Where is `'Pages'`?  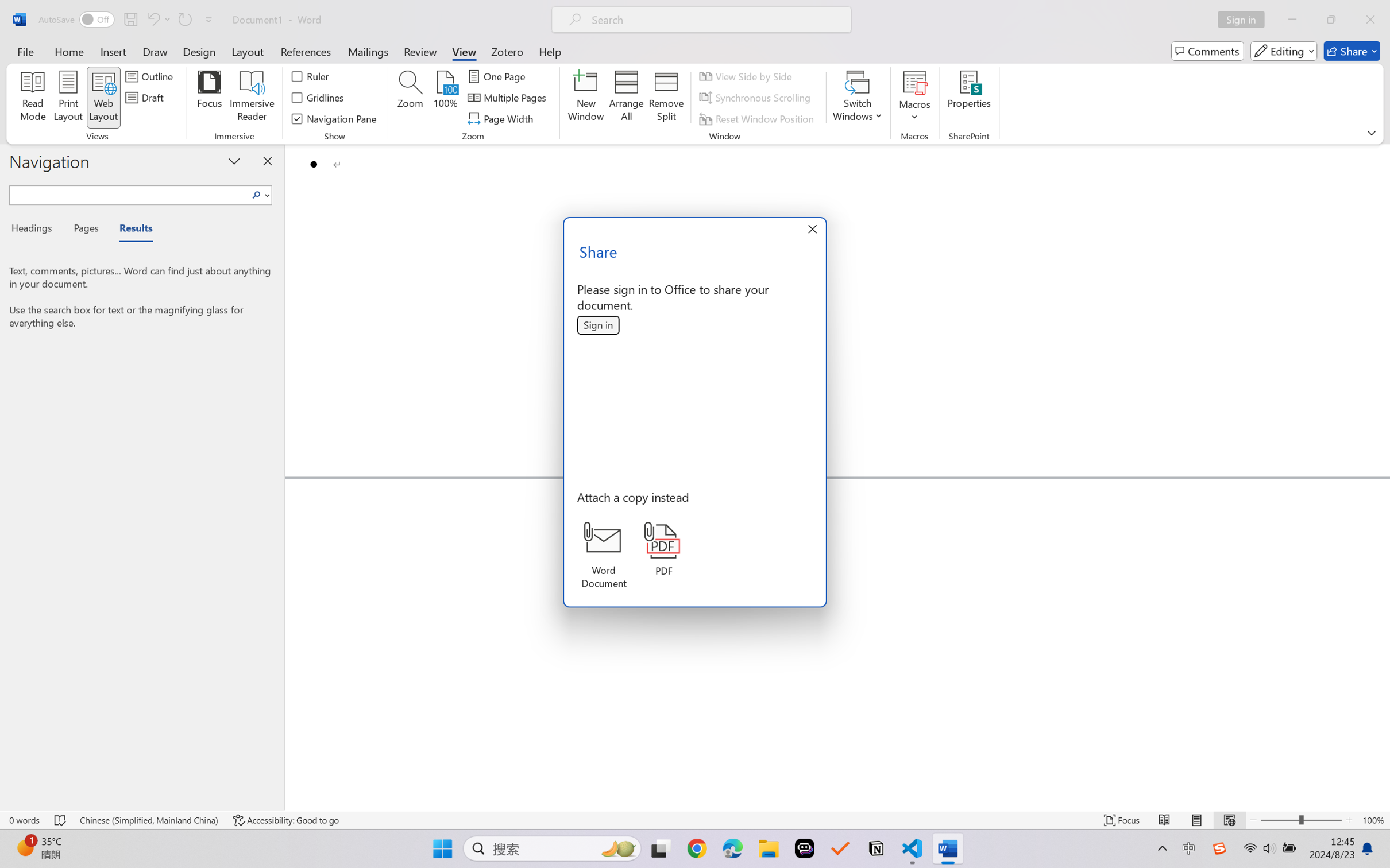 'Pages' is located at coordinates (84, 230).